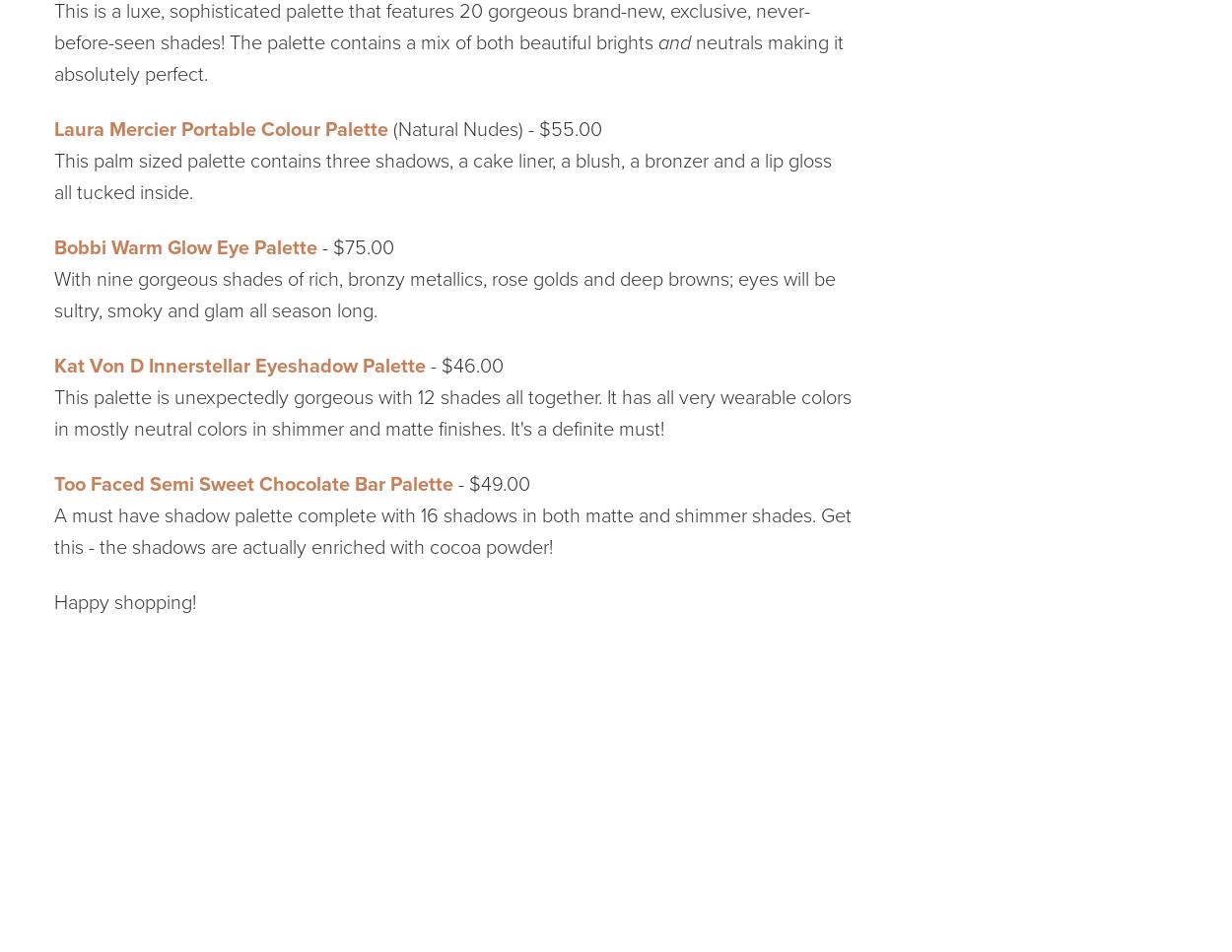 The height and width of the screenshot is (952, 1232). Describe the element at coordinates (442, 175) in the screenshot. I see `'This palm sized palette contains three shadows, a cake liner, a blush, a bronzer and a lip gloss all tucked inside.'` at that location.